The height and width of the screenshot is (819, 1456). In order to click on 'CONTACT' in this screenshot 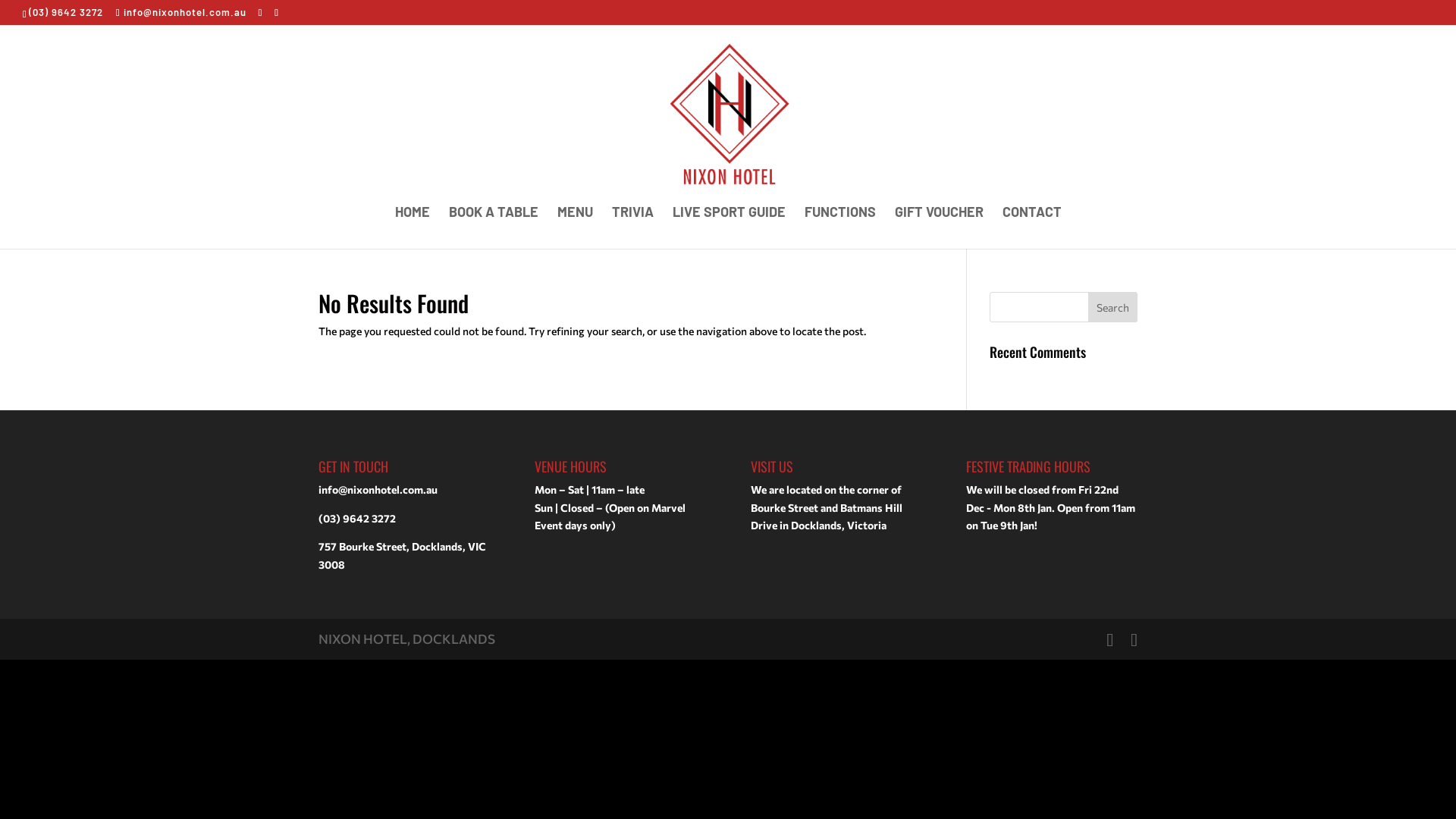, I will do `click(1031, 227)`.